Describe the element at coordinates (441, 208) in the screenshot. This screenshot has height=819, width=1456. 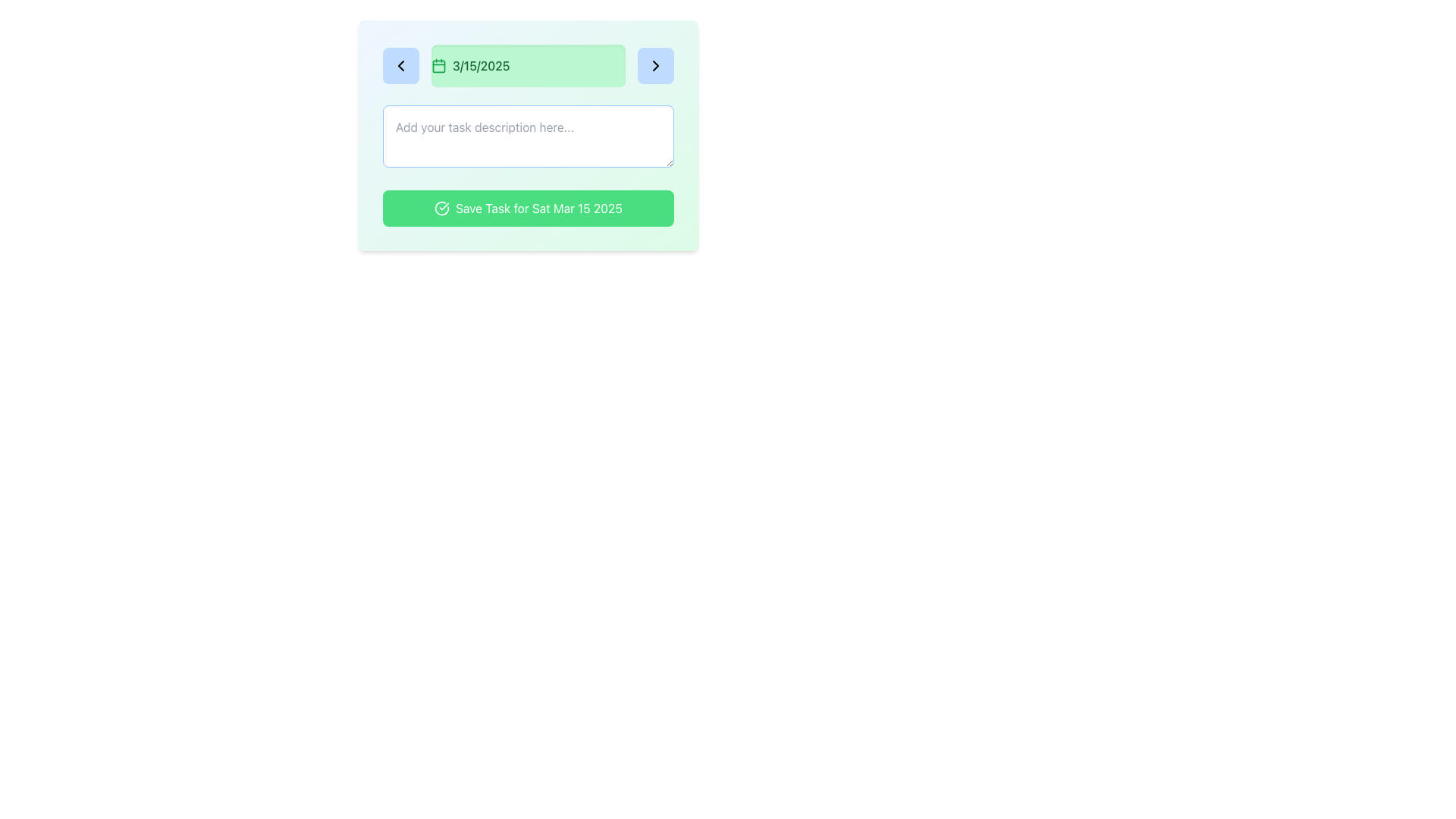
I see `the upper segment of the circular checkmark icon within the 'Save Task' button, located to the left of the text` at that location.